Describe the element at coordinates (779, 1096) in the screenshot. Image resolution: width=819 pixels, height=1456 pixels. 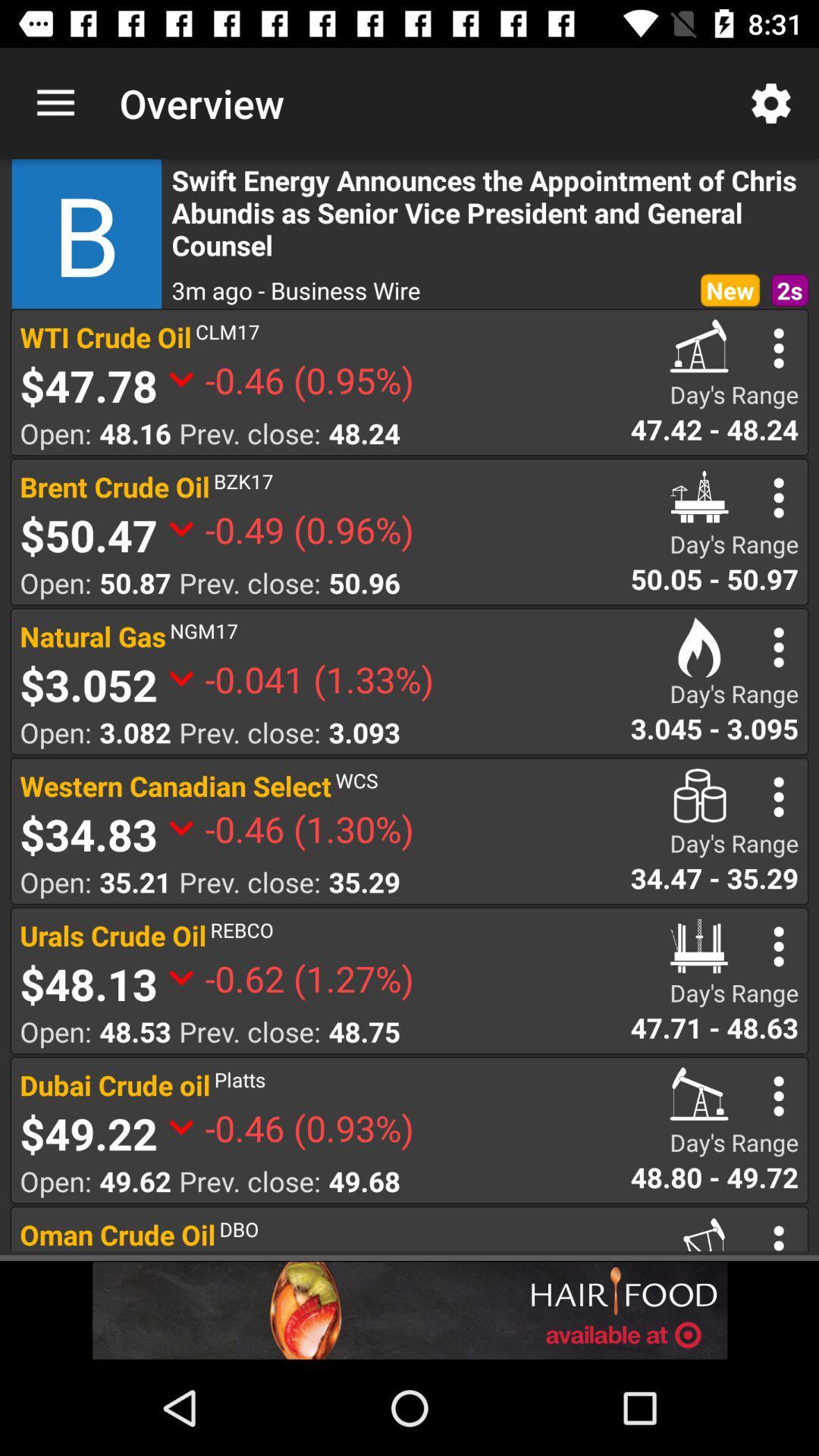
I see `more options to dubai crude oil` at that location.